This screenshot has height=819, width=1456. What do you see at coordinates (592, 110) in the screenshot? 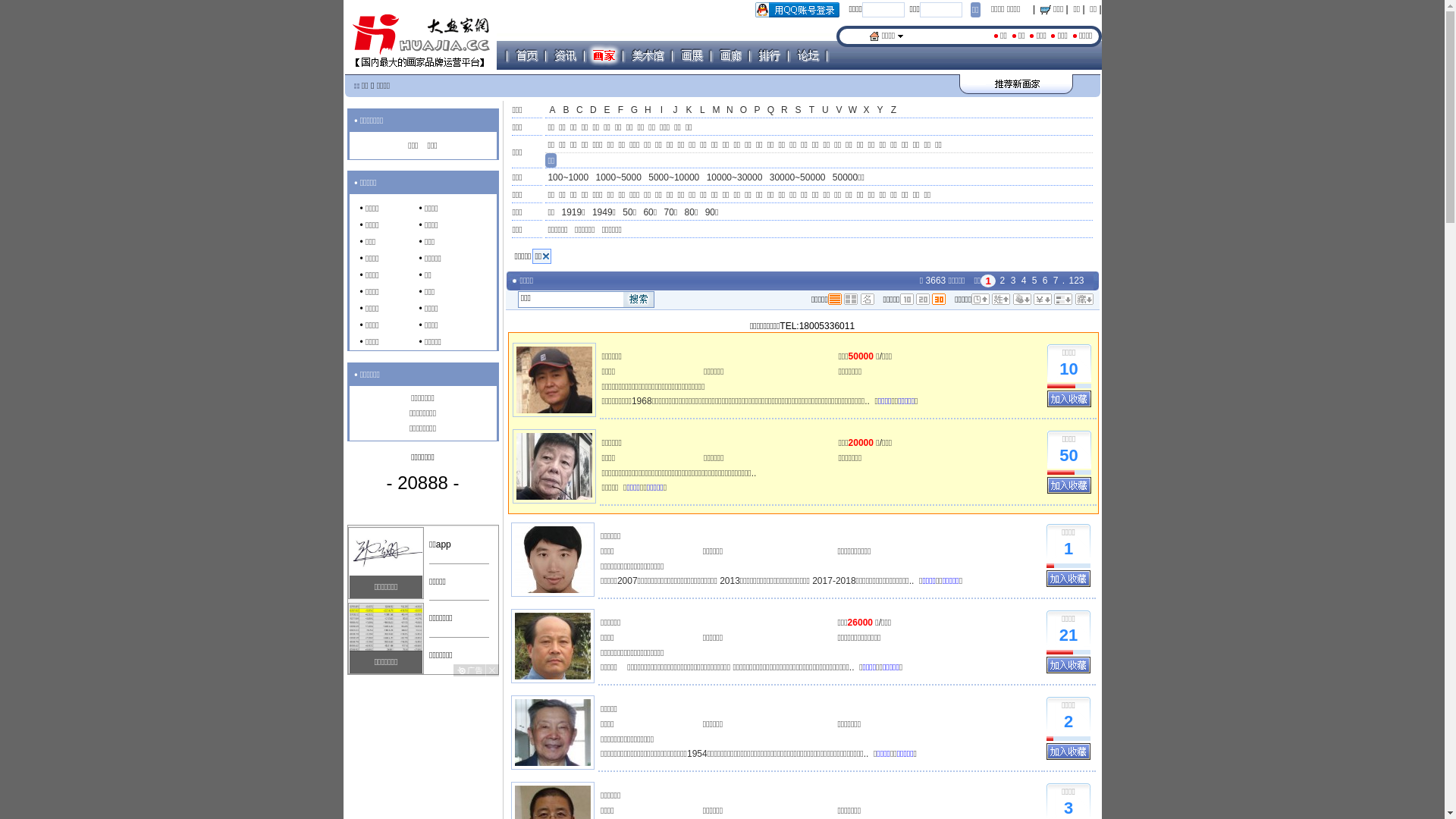
I see `'D'` at bounding box center [592, 110].